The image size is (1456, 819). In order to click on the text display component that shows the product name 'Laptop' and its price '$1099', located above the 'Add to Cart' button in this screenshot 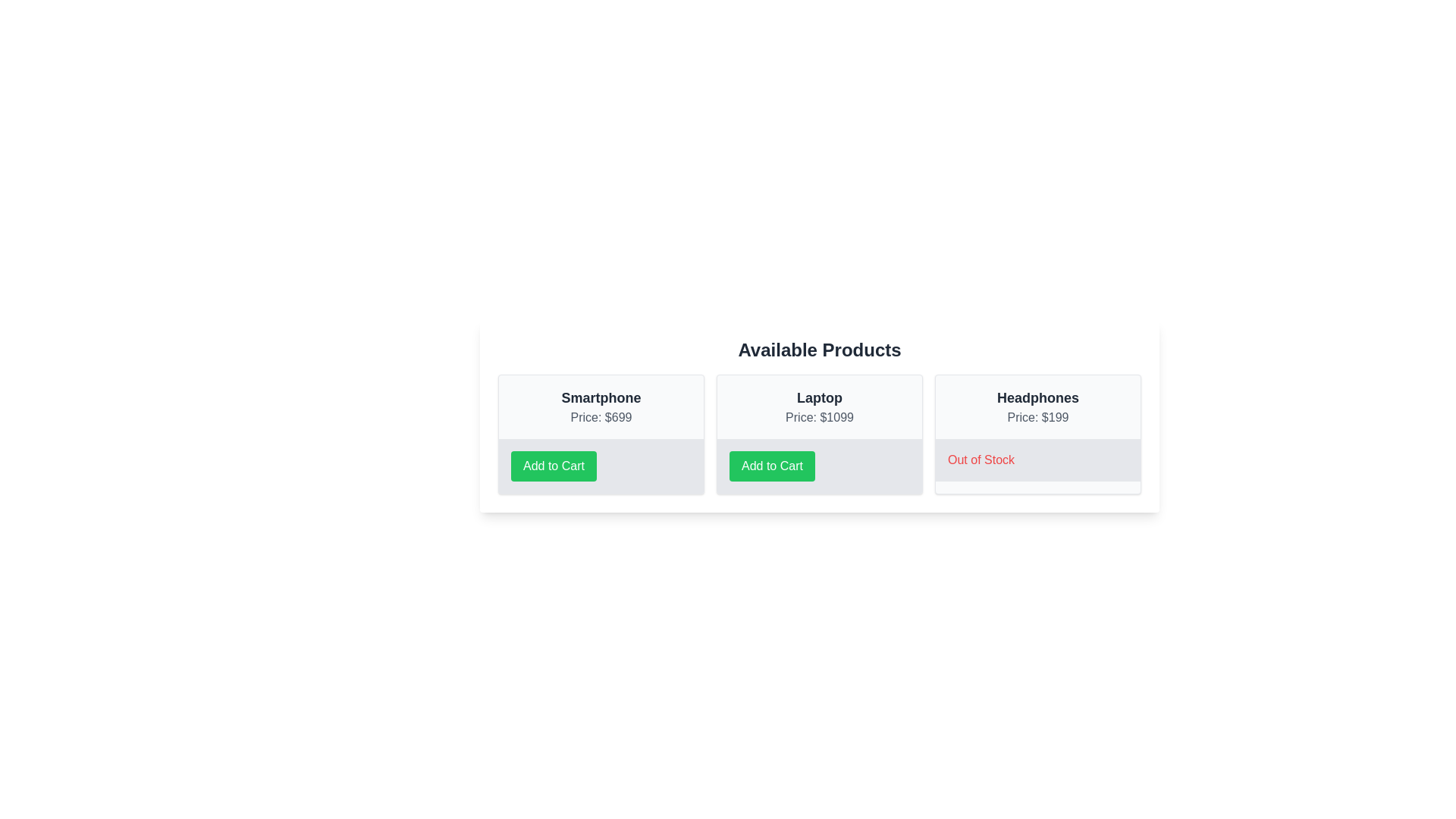, I will do `click(818, 406)`.